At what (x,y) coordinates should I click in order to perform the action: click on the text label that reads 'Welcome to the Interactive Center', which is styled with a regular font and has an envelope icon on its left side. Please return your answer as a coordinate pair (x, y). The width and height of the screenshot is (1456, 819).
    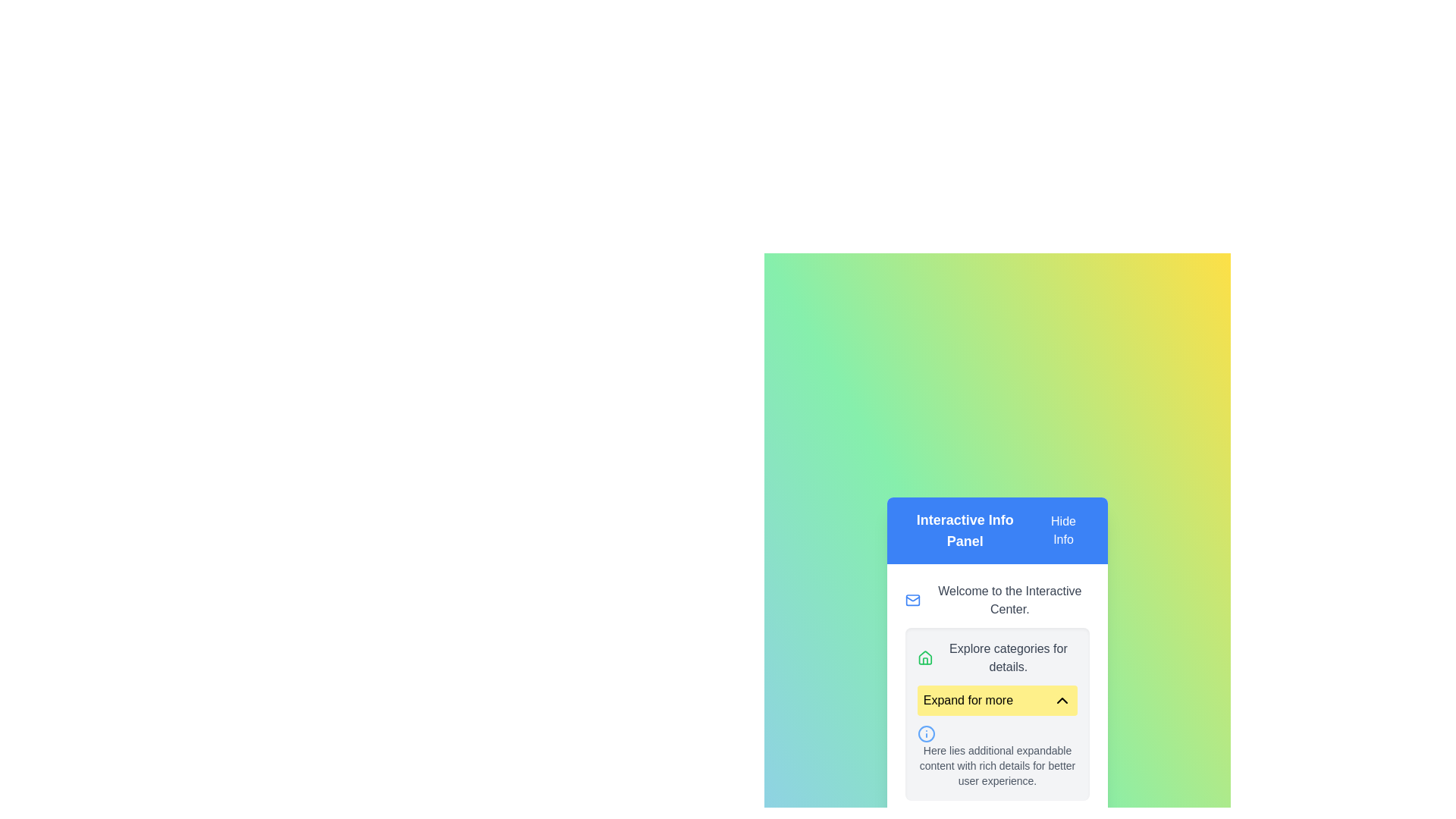
    Looking at the image, I should click on (997, 599).